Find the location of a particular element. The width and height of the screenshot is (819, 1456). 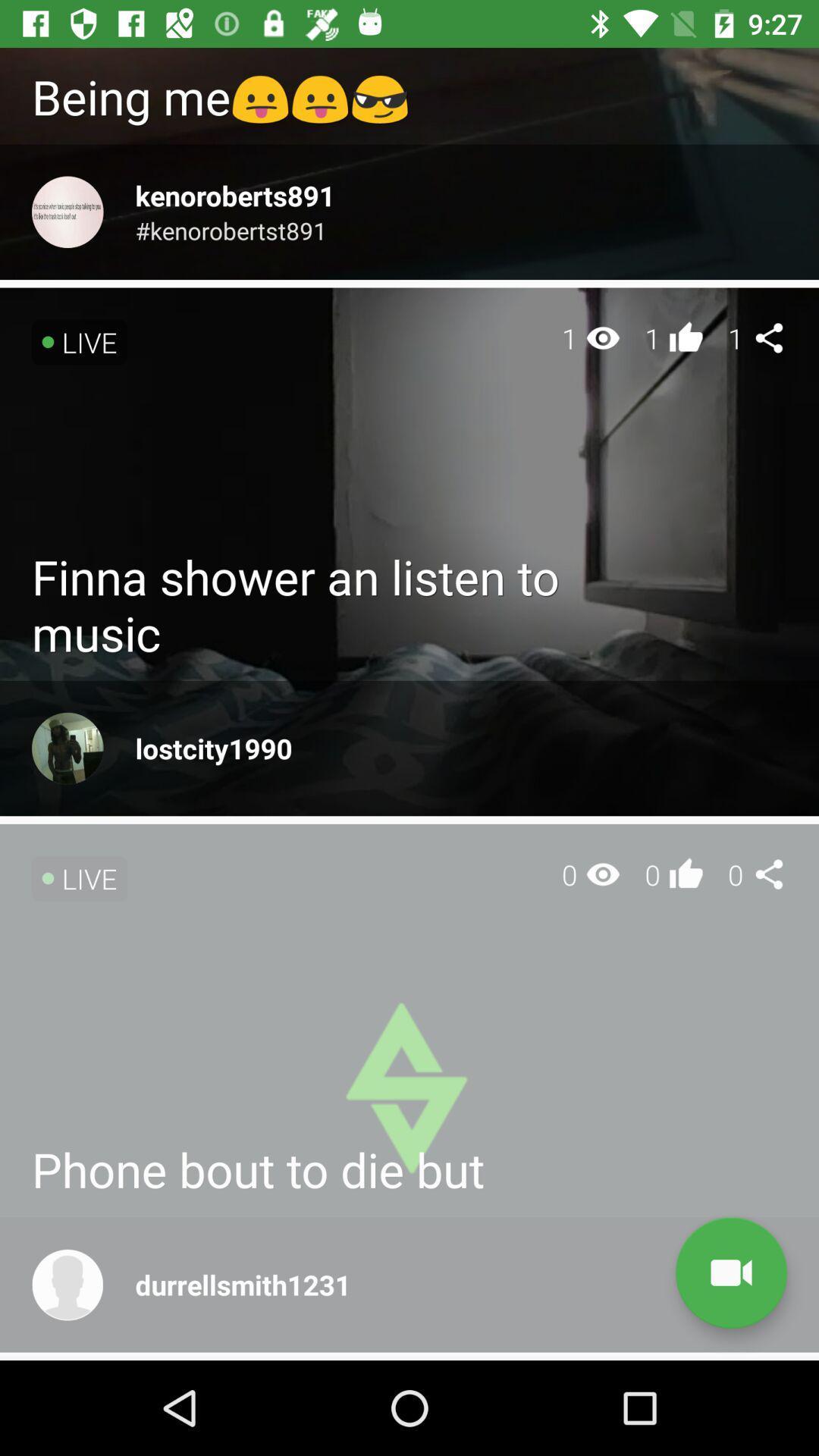

the videocam icon is located at coordinates (730, 1272).